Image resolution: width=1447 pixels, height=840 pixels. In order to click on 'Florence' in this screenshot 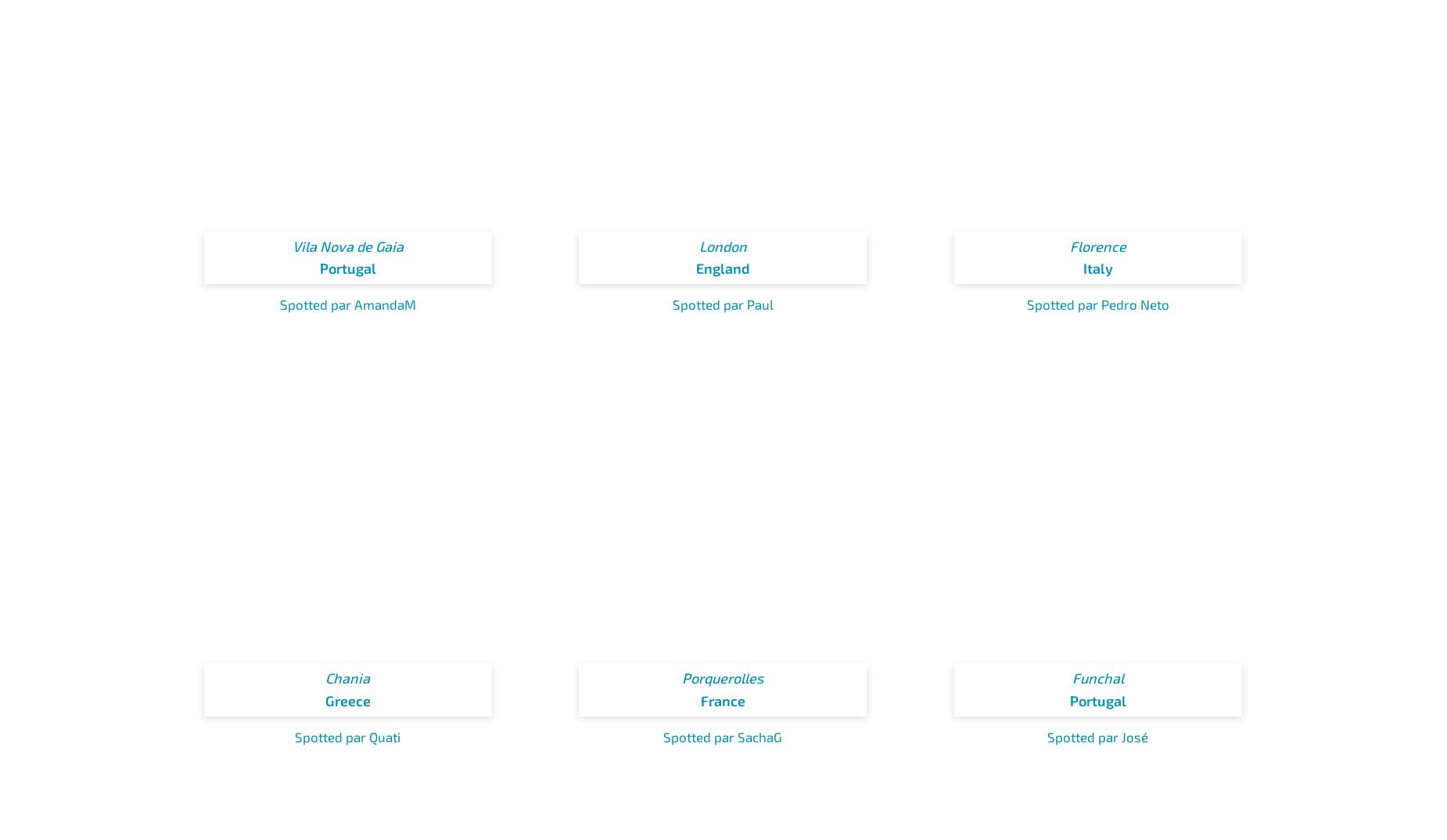, I will do `click(1068, 246)`.